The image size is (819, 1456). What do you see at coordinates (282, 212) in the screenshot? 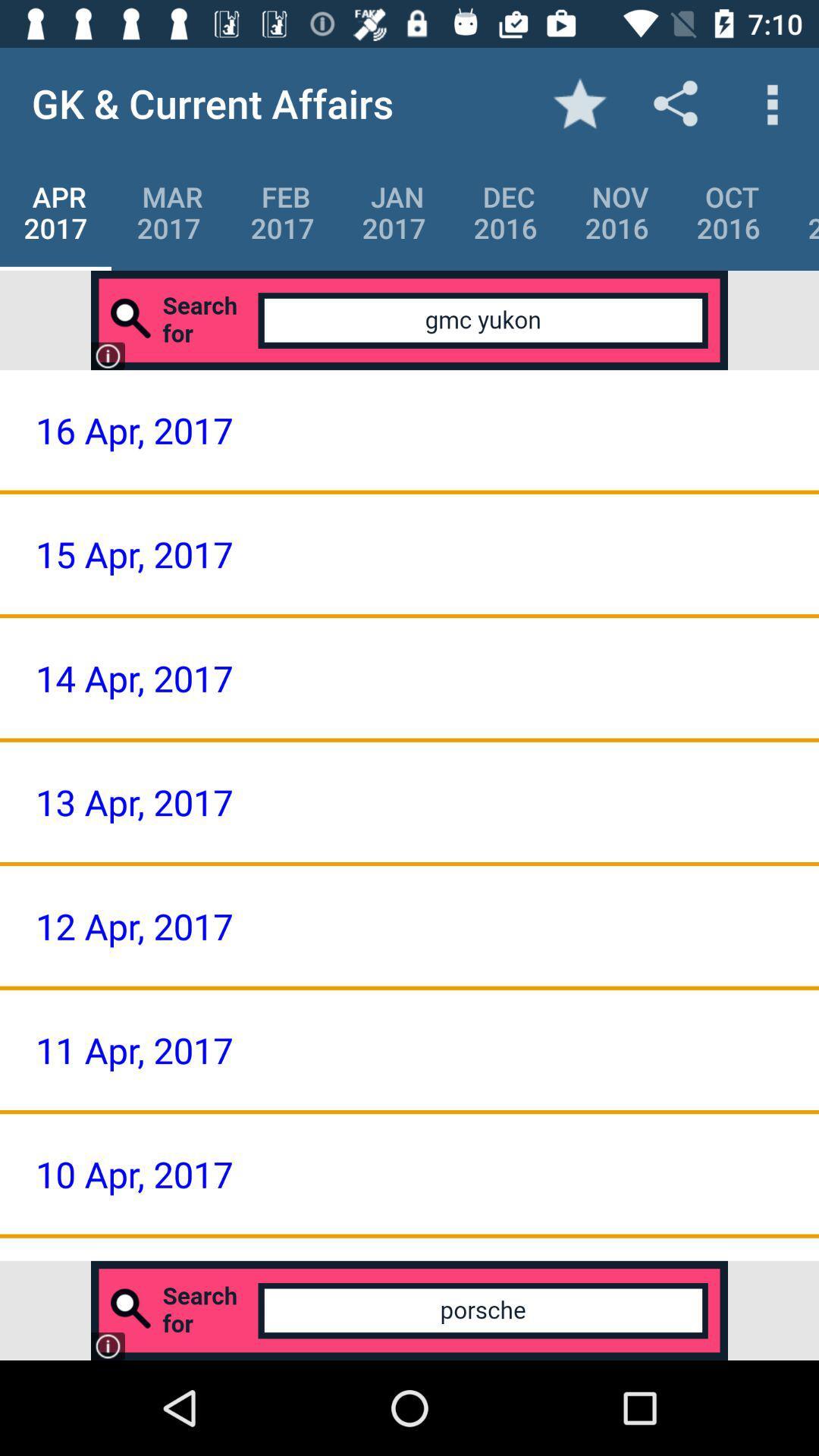
I see `item below the gk & current affairs` at bounding box center [282, 212].